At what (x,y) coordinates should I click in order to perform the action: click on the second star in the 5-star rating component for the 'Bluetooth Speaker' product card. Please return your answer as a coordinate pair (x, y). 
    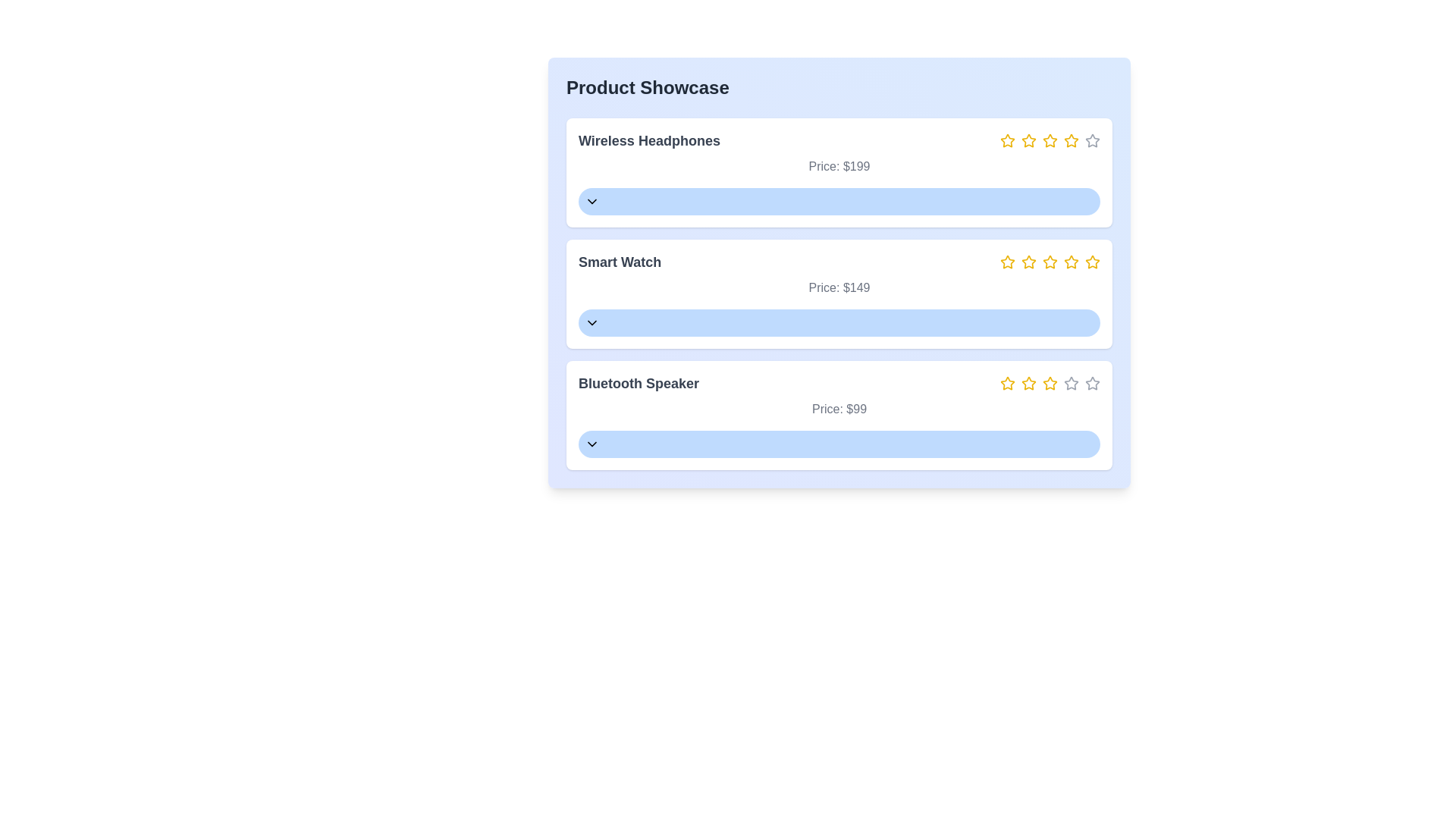
    Looking at the image, I should click on (1029, 382).